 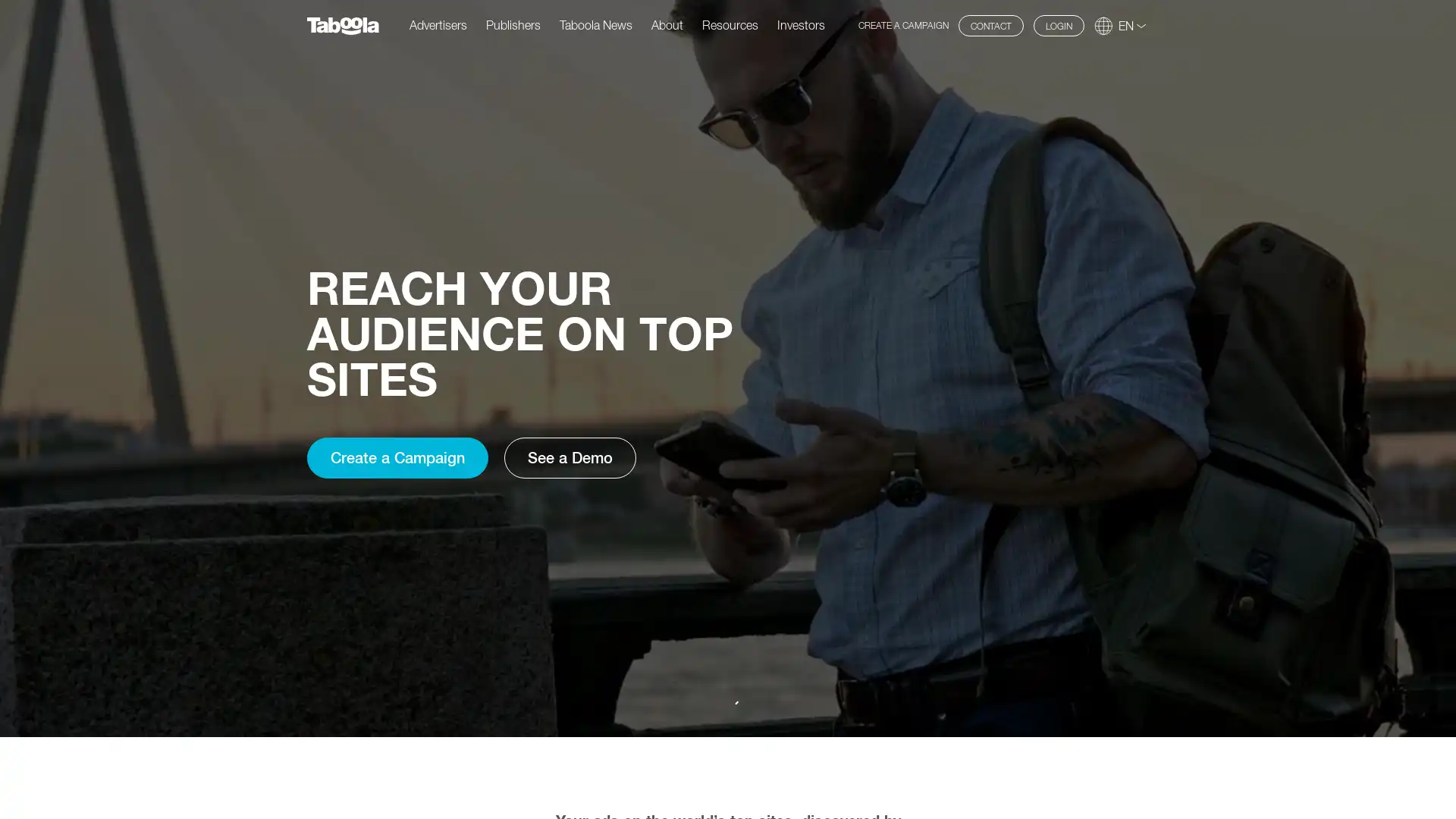 I want to click on Resources, so click(x=730, y=24).